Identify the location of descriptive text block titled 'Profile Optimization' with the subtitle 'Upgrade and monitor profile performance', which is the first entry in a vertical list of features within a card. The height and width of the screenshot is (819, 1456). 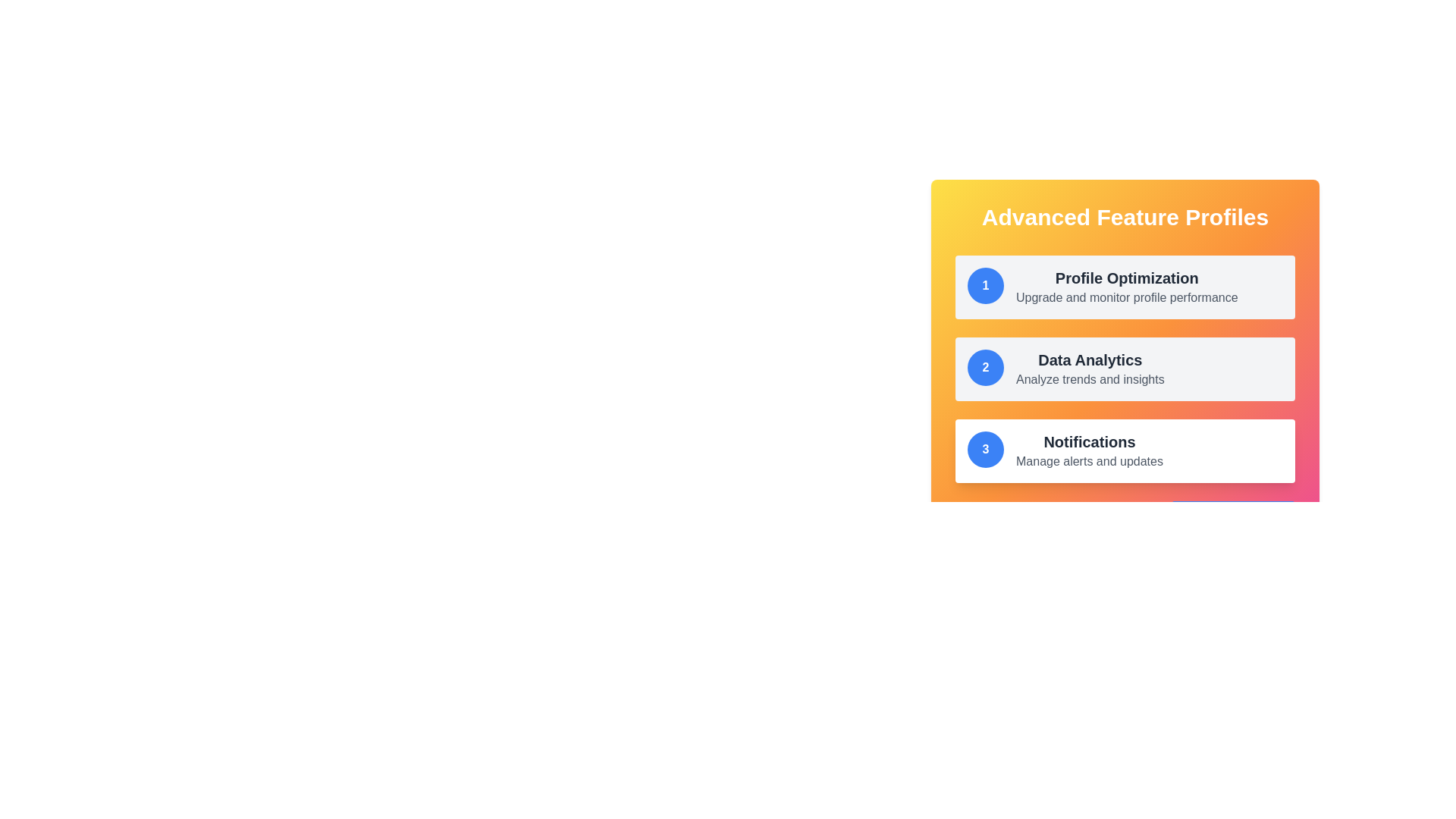
(1127, 287).